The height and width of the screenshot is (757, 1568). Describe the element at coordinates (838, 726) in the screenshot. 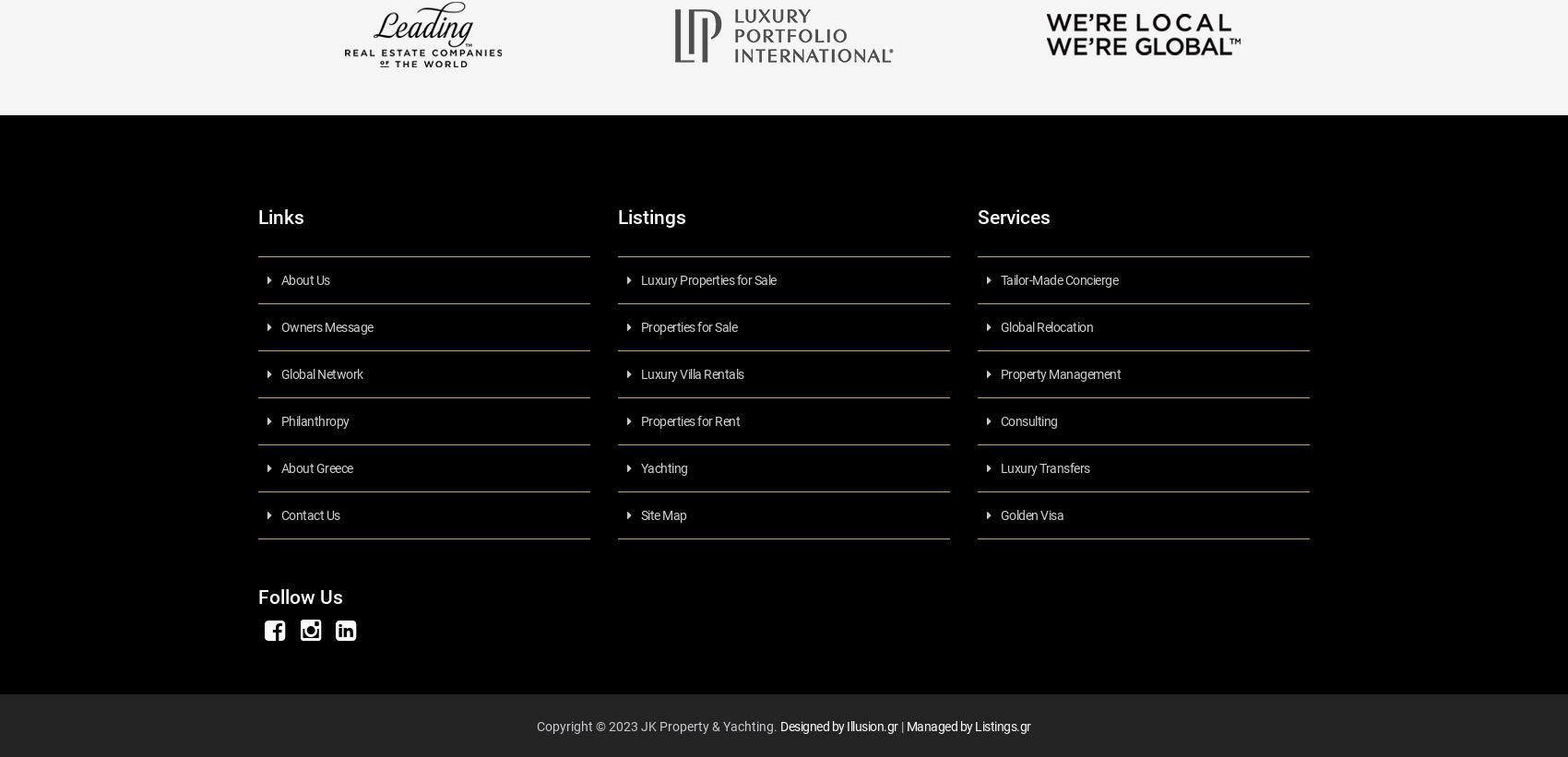

I see `'Designed by Illusion.gr'` at that location.